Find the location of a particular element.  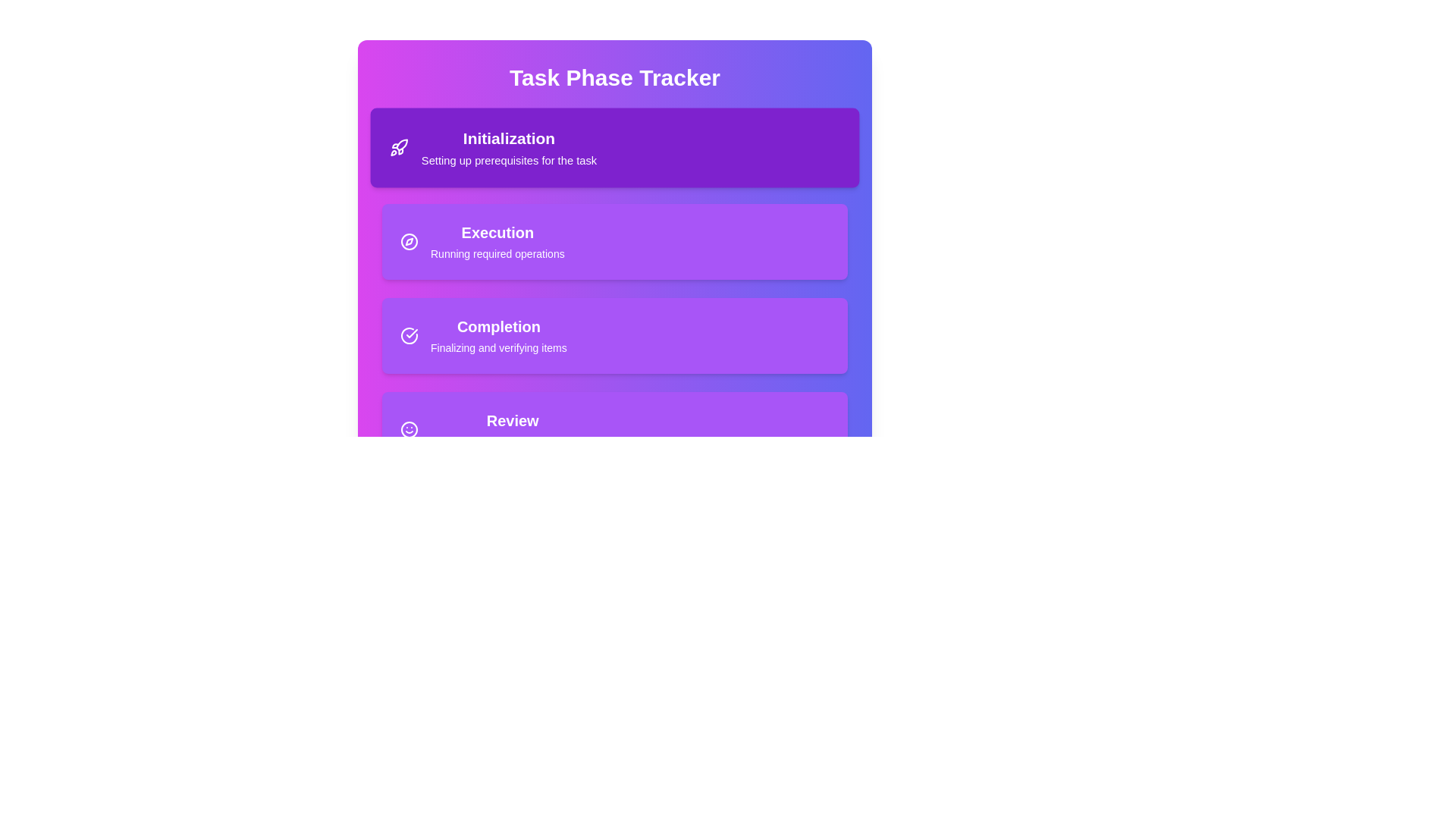

prominently styled header text 'Task Phase Tracker' located at the top of the rounded card with a gradient background is located at coordinates (615, 78).